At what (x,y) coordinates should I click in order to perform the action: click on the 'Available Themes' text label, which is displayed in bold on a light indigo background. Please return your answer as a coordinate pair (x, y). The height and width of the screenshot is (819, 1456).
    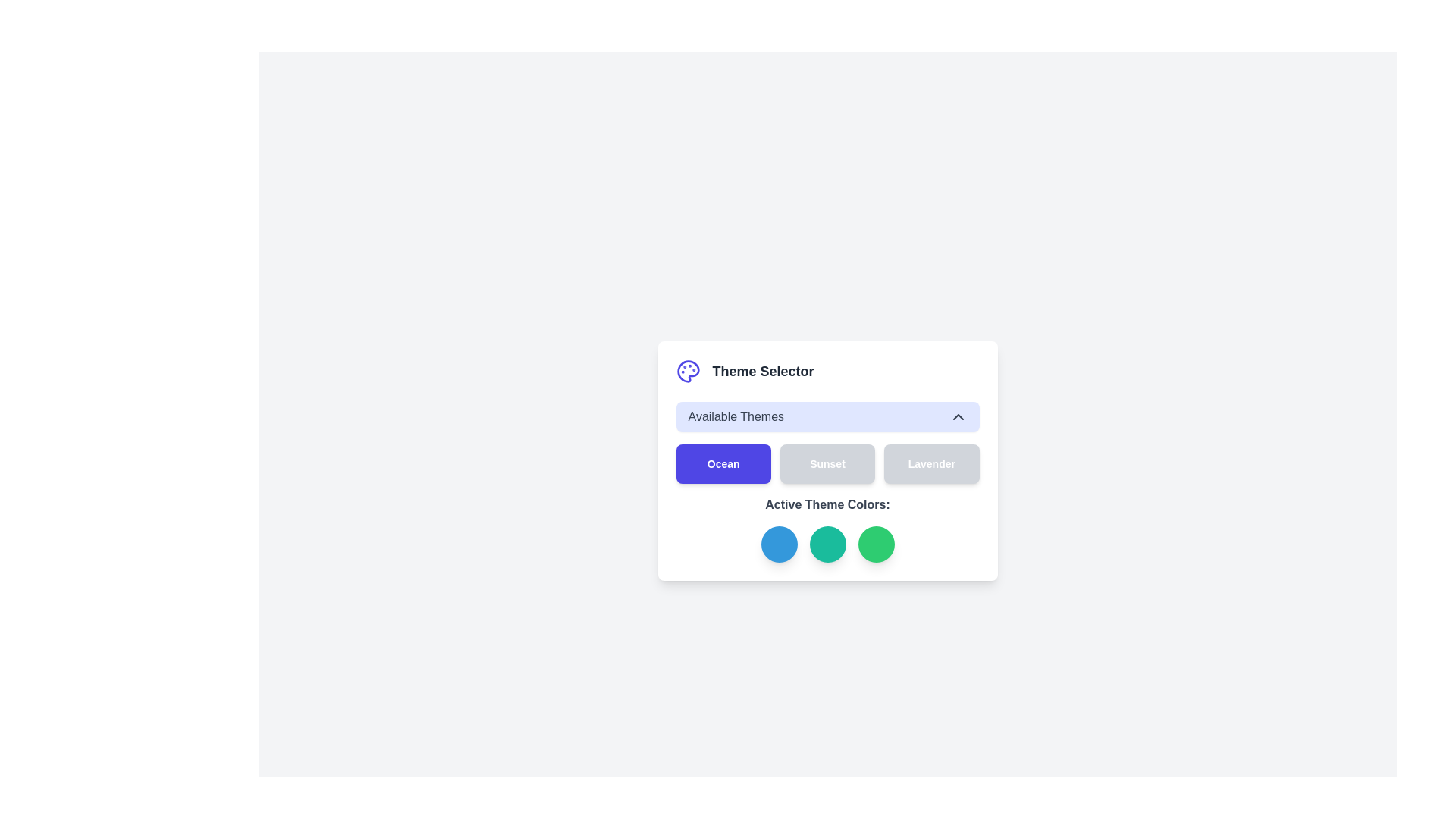
    Looking at the image, I should click on (736, 417).